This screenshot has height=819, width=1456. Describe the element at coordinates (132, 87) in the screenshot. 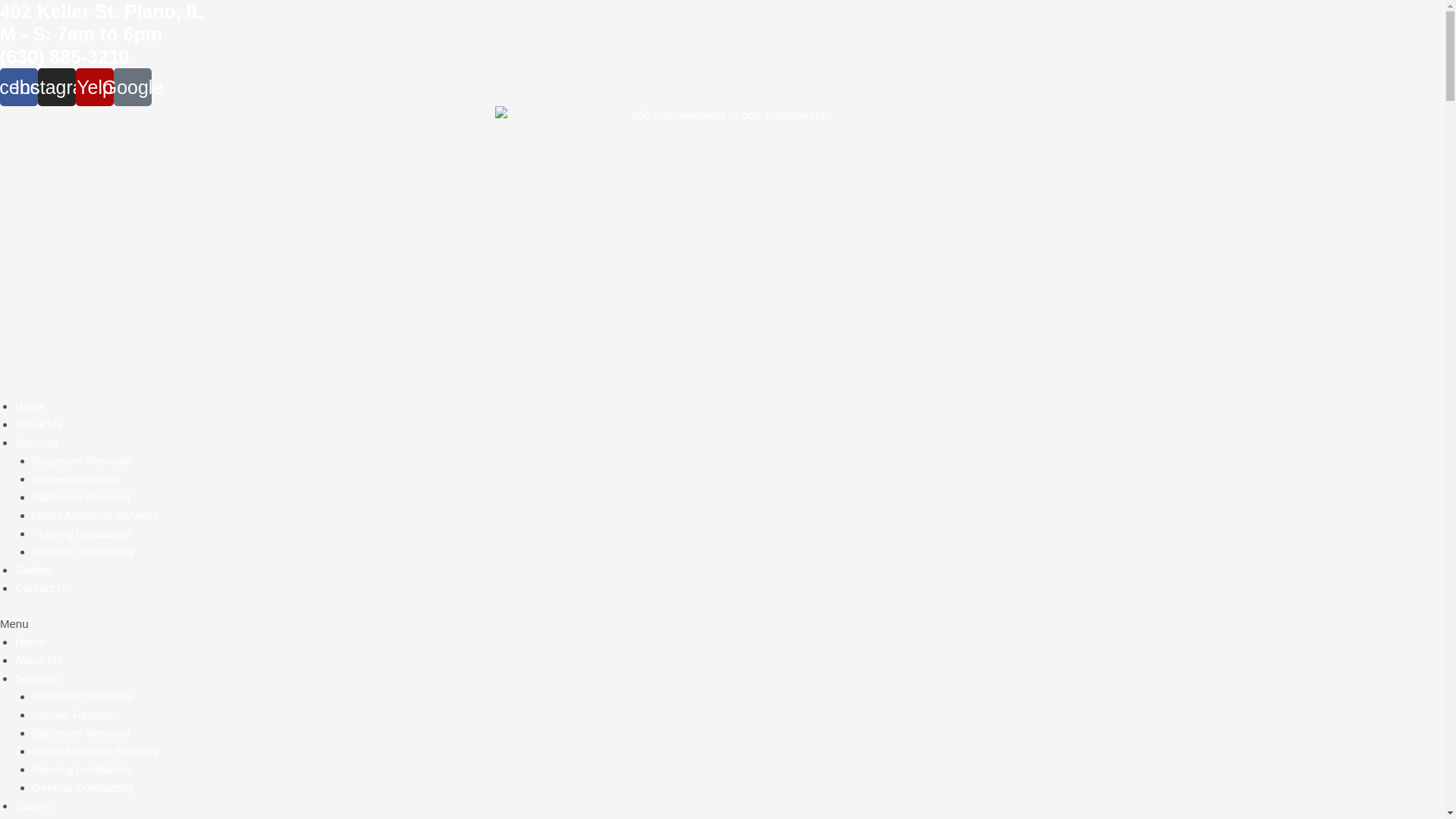

I see `'Google'` at that location.